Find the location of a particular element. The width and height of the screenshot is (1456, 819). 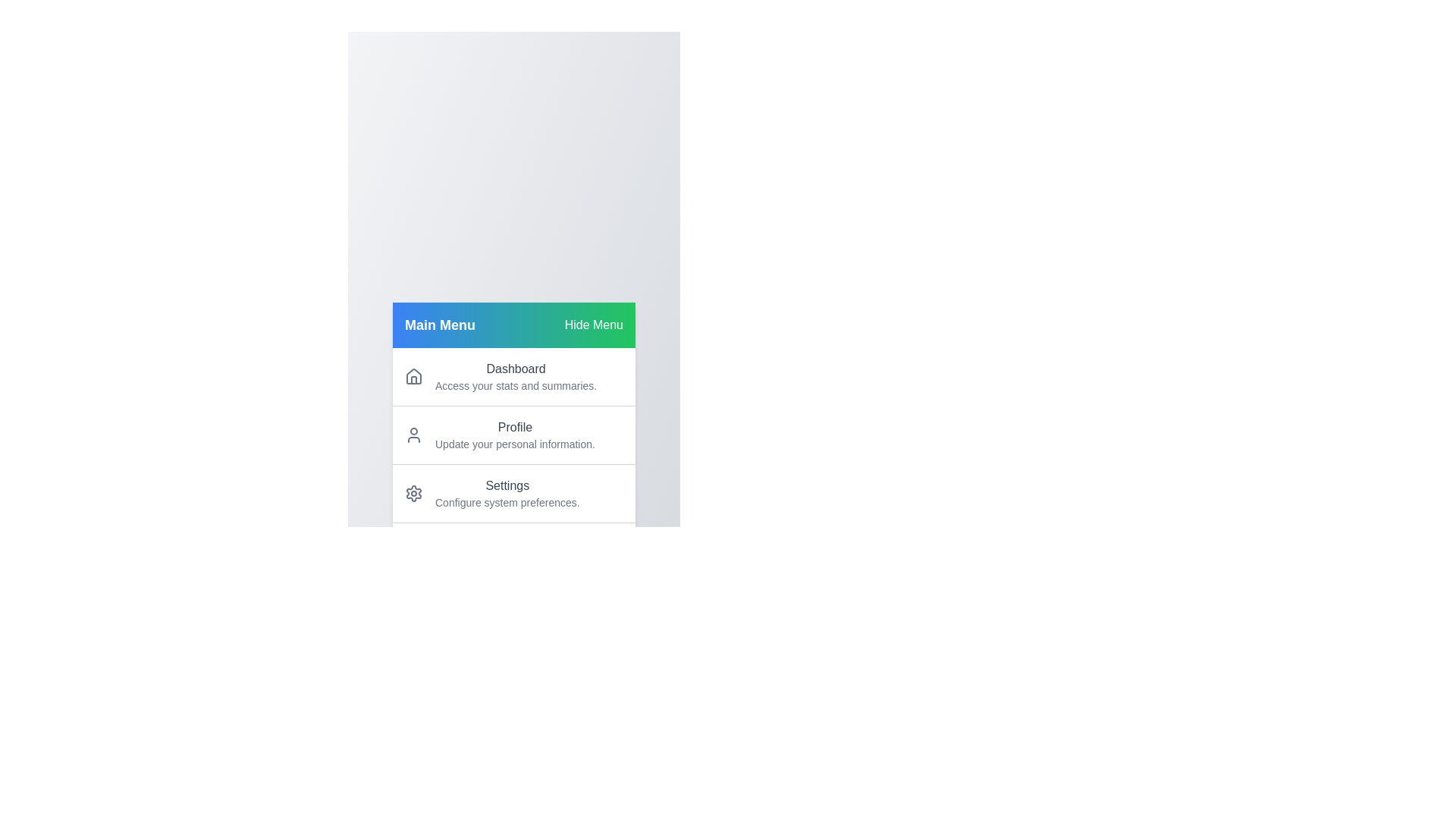

the menu item labeled 'Profile' to observe its hover effect is located at coordinates (513, 435).